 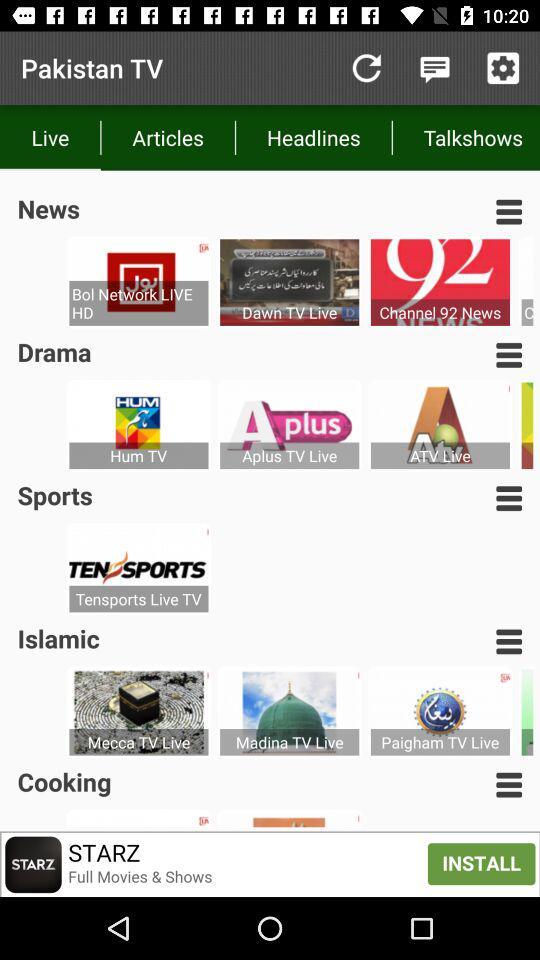 I want to click on atv live item, so click(x=440, y=455).